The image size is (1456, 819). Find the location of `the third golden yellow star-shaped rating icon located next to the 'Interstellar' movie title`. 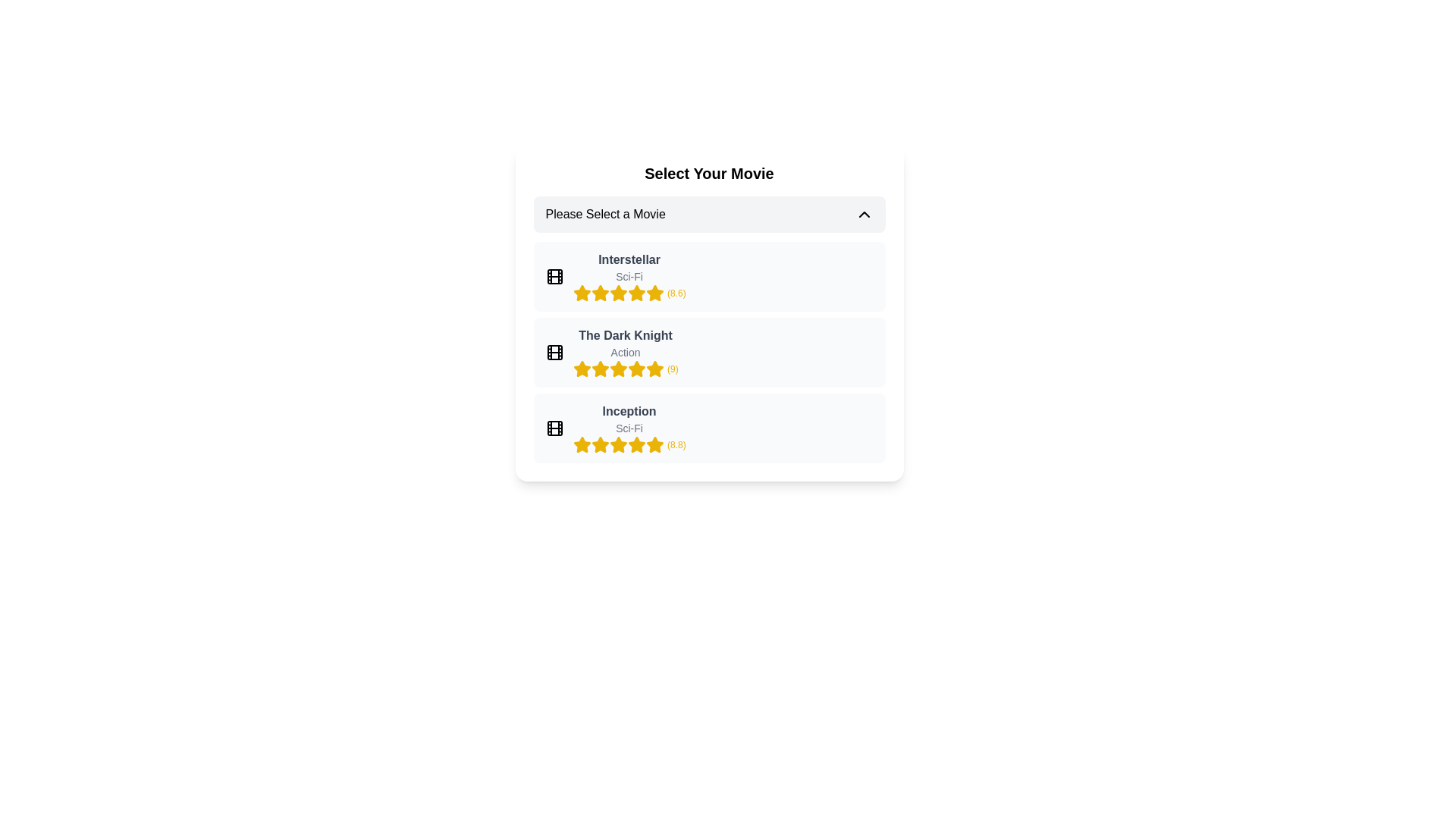

the third golden yellow star-shaped rating icon located next to the 'Interstellar' movie title is located at coordinates (636, 293).